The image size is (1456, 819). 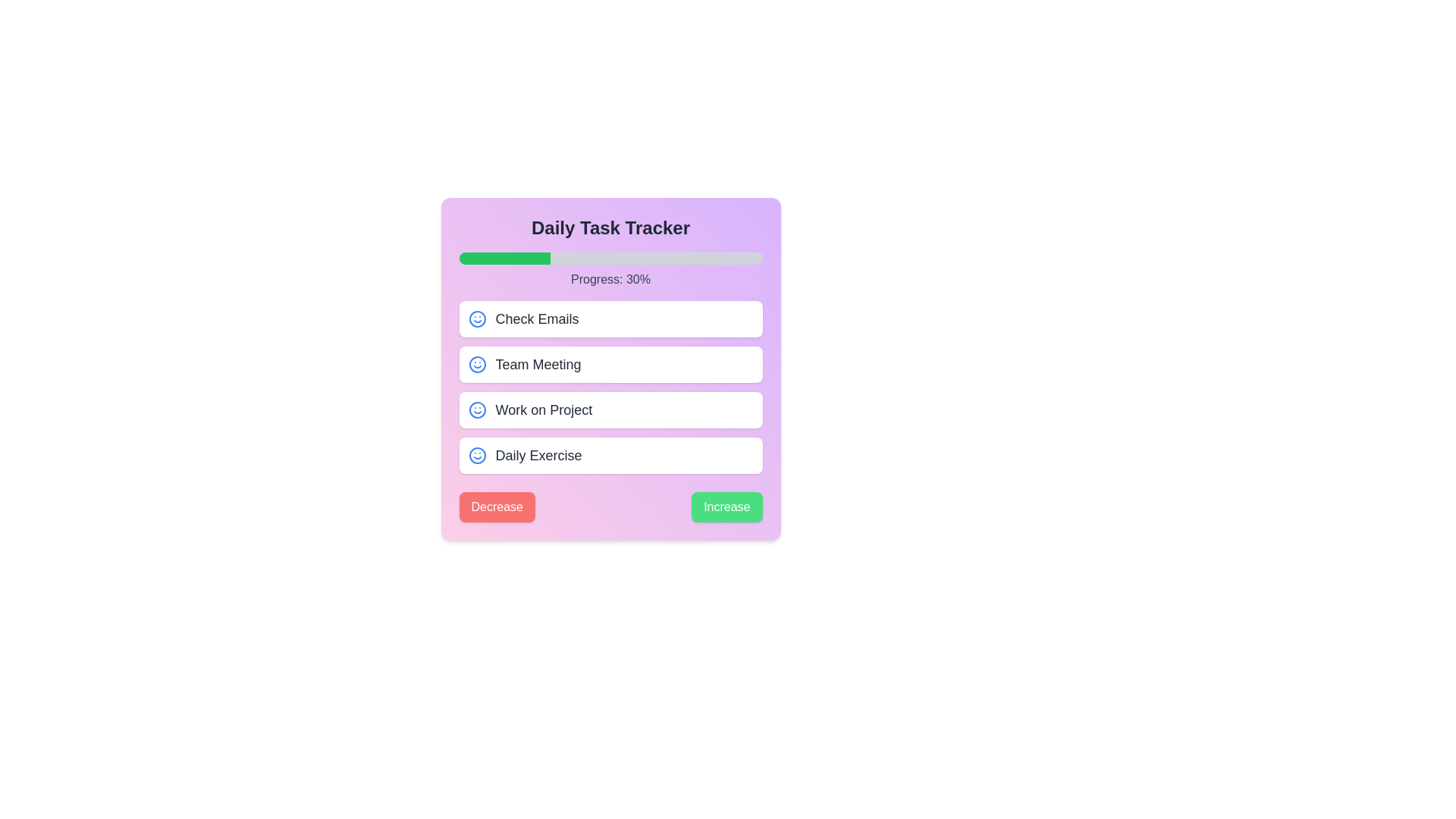 What do you see at coordinates (476, 455) in the screenshot?
I see `the decorative circle that enhances the 'Check Emails' task item, indicating a cheerful context` at bounding box center [476, 455].